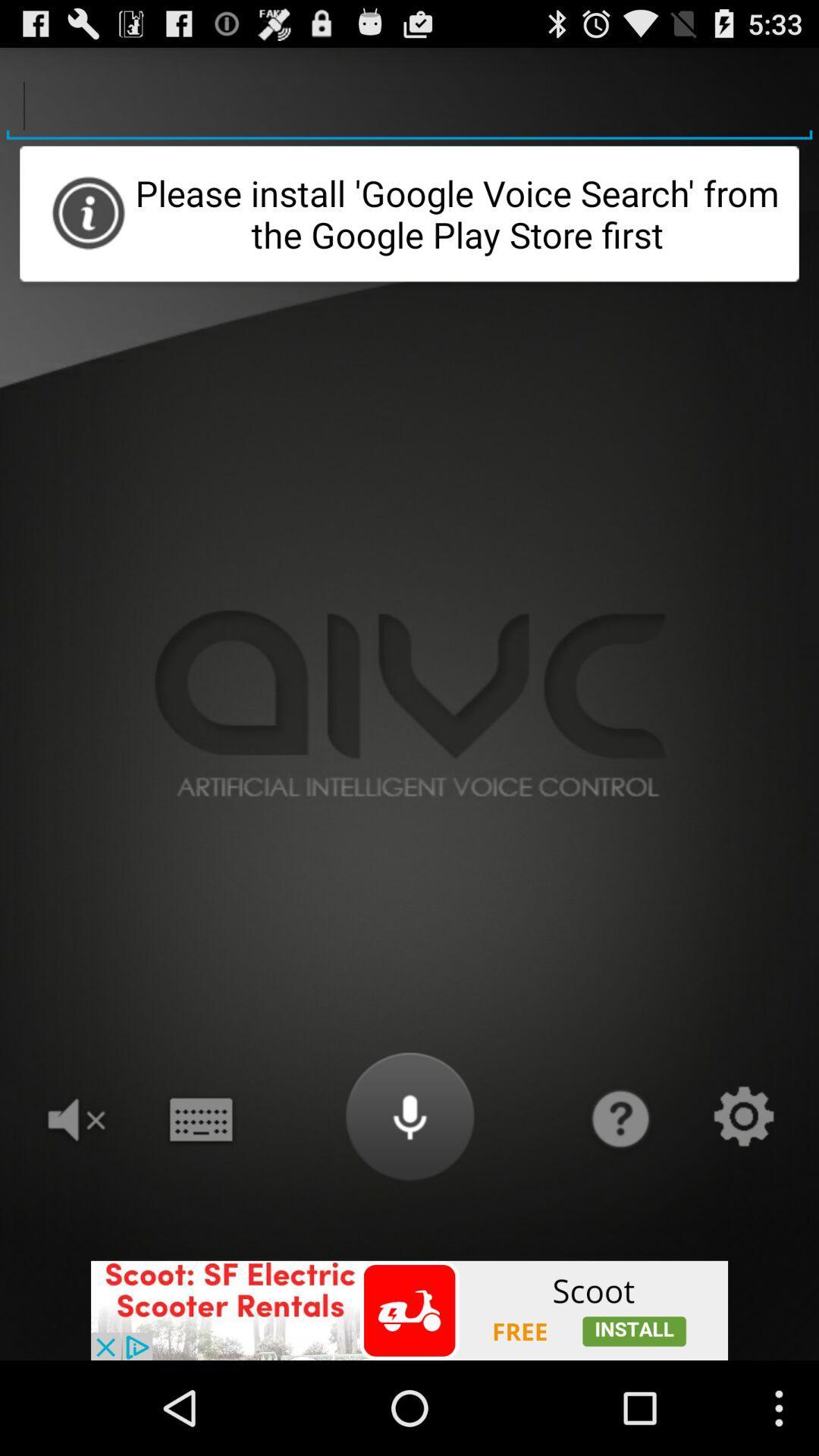  What do you see at coordinates (409, 1310) in the screenshot?
I see `install an app` at bounding box center [409, 1310].